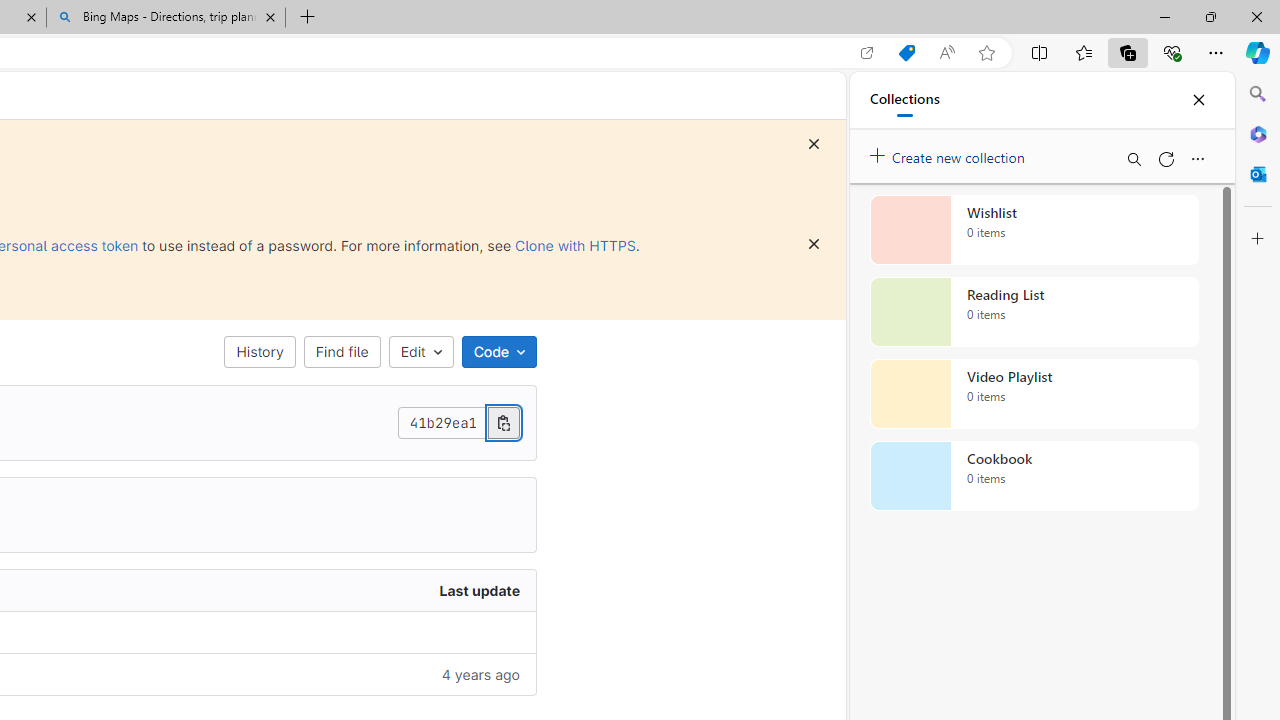 This screenshot has height=720, width=1280. Describe the element at coordinates (867, 52) in the screenshot. I see `'Open in app'` at that location.